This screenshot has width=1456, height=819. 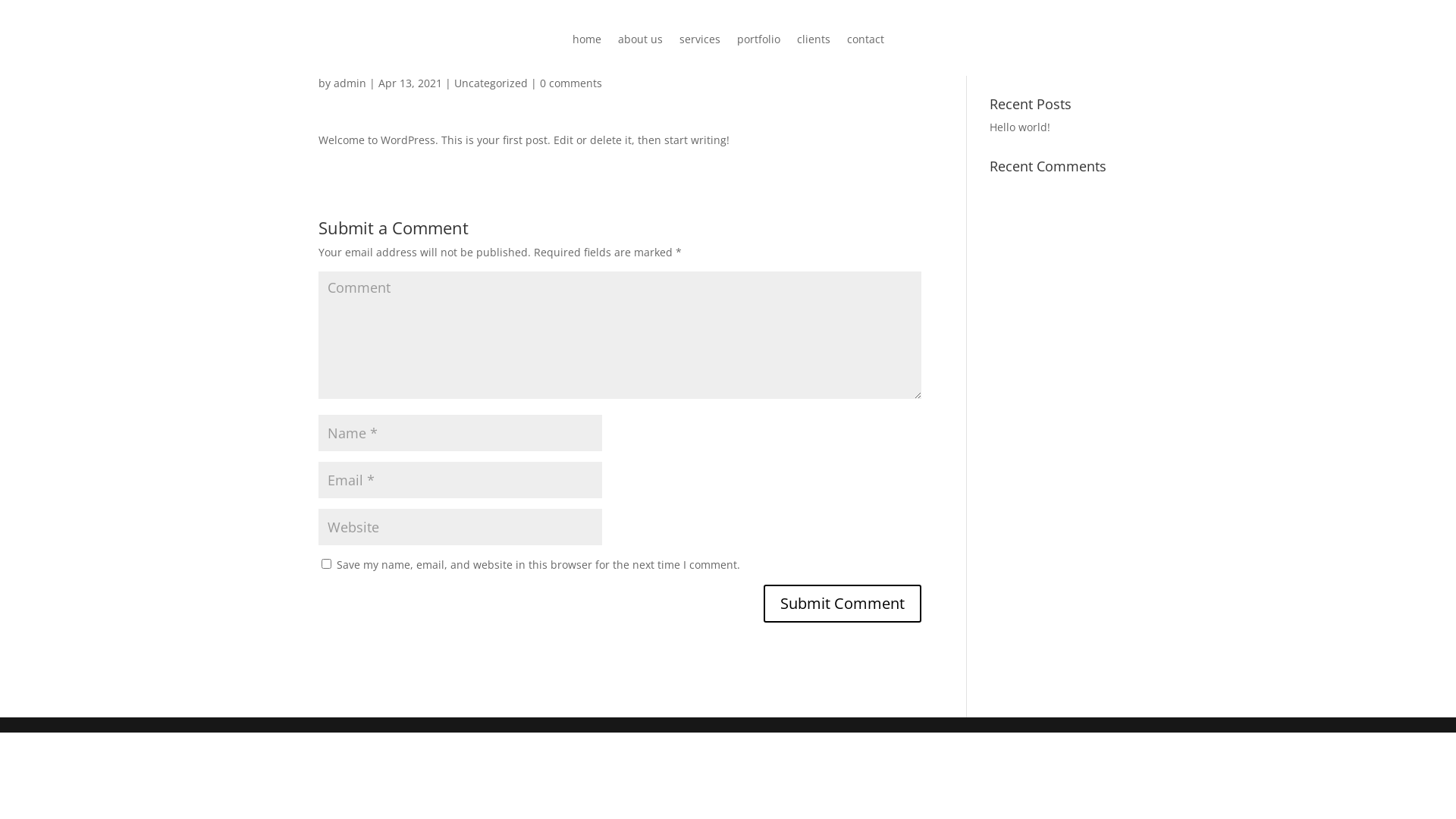 I want to click on '0 comments', so click(x=570, y=83).